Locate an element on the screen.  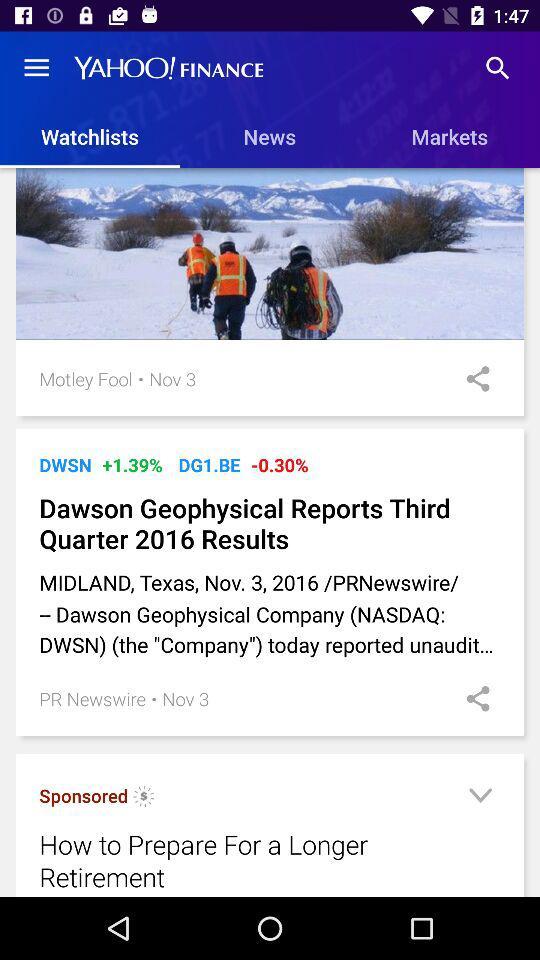
the icon above dawson geophysical reports icon is located at coordinates (278, 465).